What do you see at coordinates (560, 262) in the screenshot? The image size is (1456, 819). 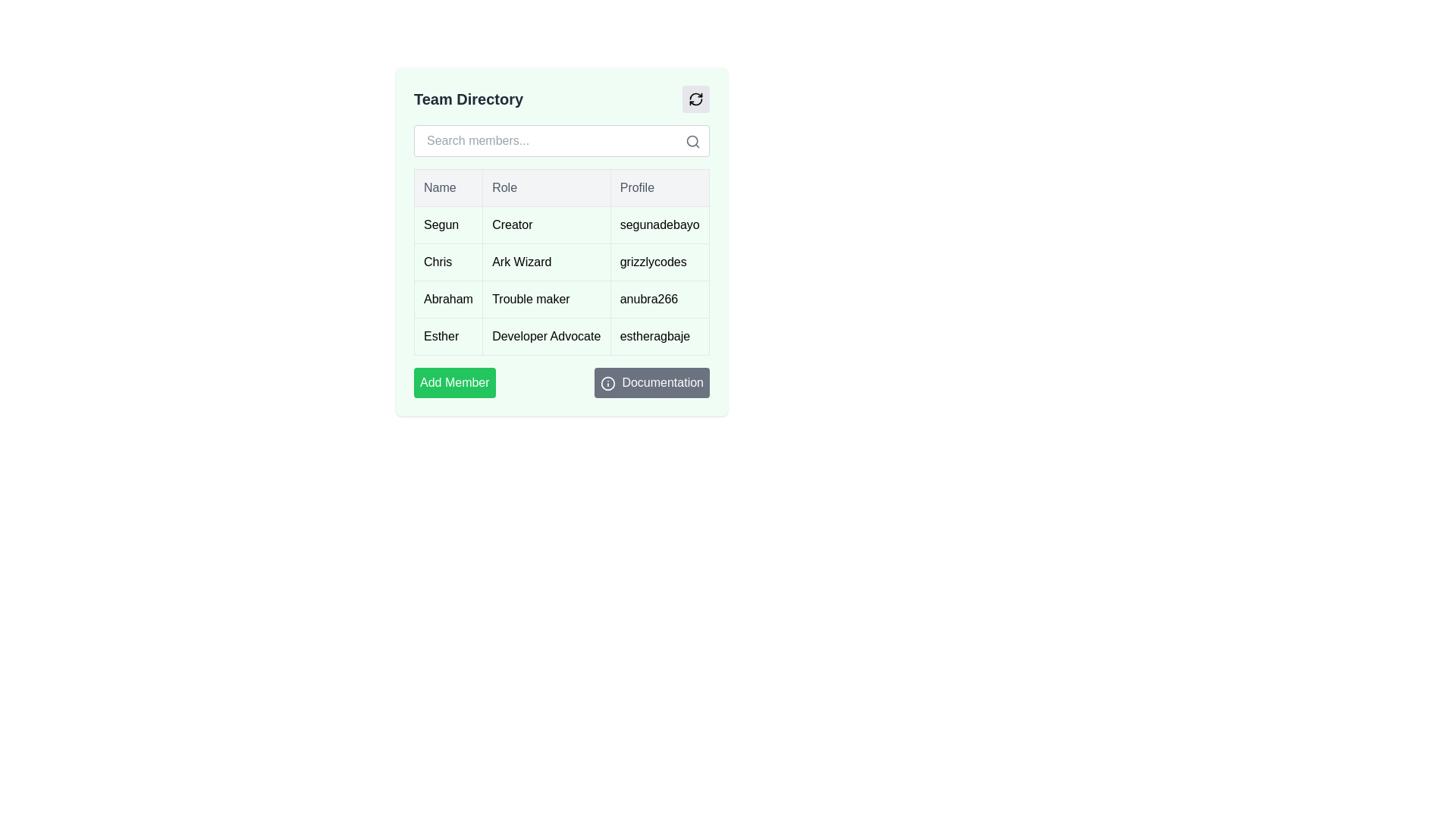 I see `the second row of the 'Team Directory' table, which contains the entries 'Chris', 'Ark Wizard', and 'grizzlycodes'` at bounding box center [560, 262].